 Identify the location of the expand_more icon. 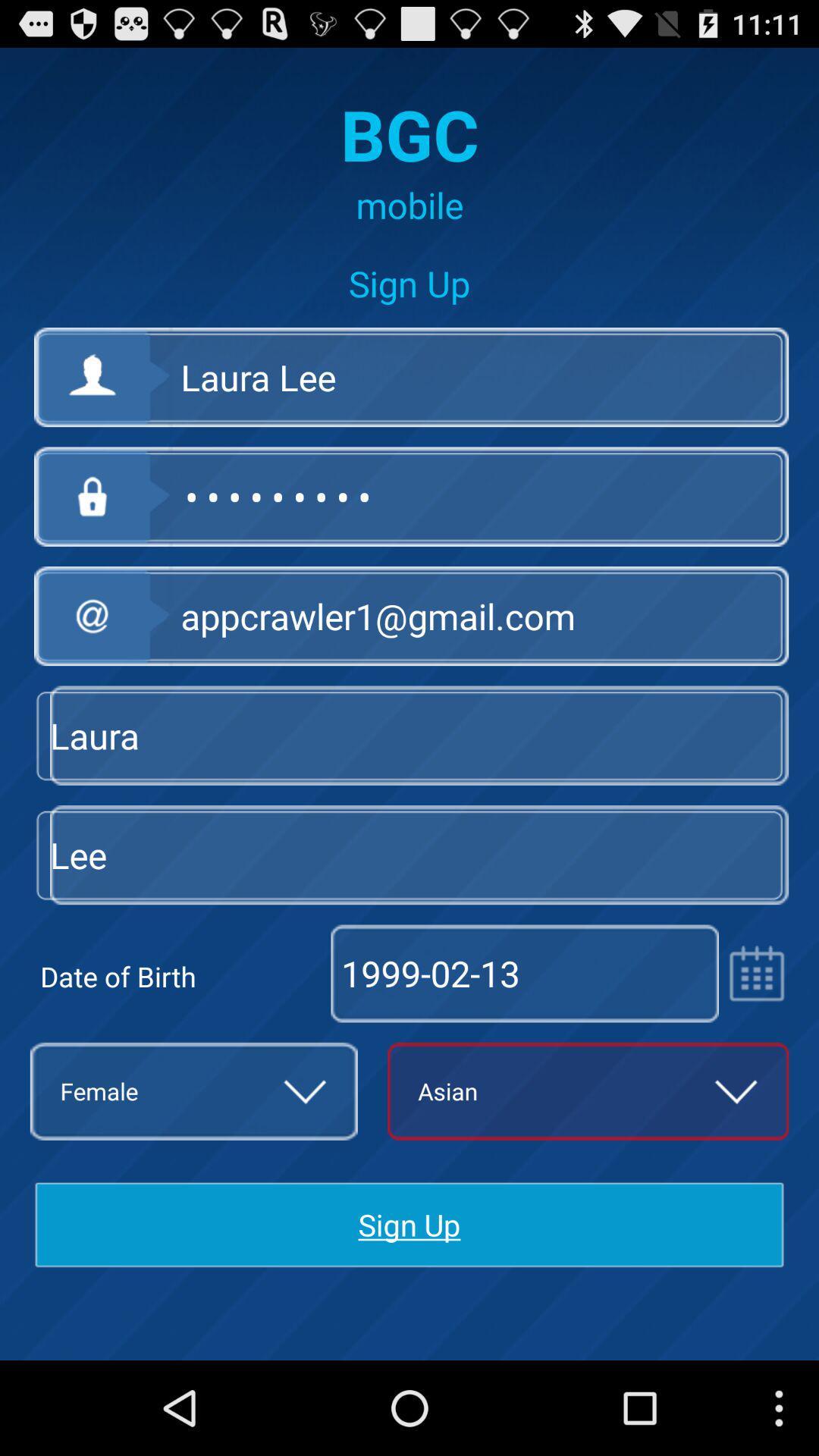
(306, 1167).